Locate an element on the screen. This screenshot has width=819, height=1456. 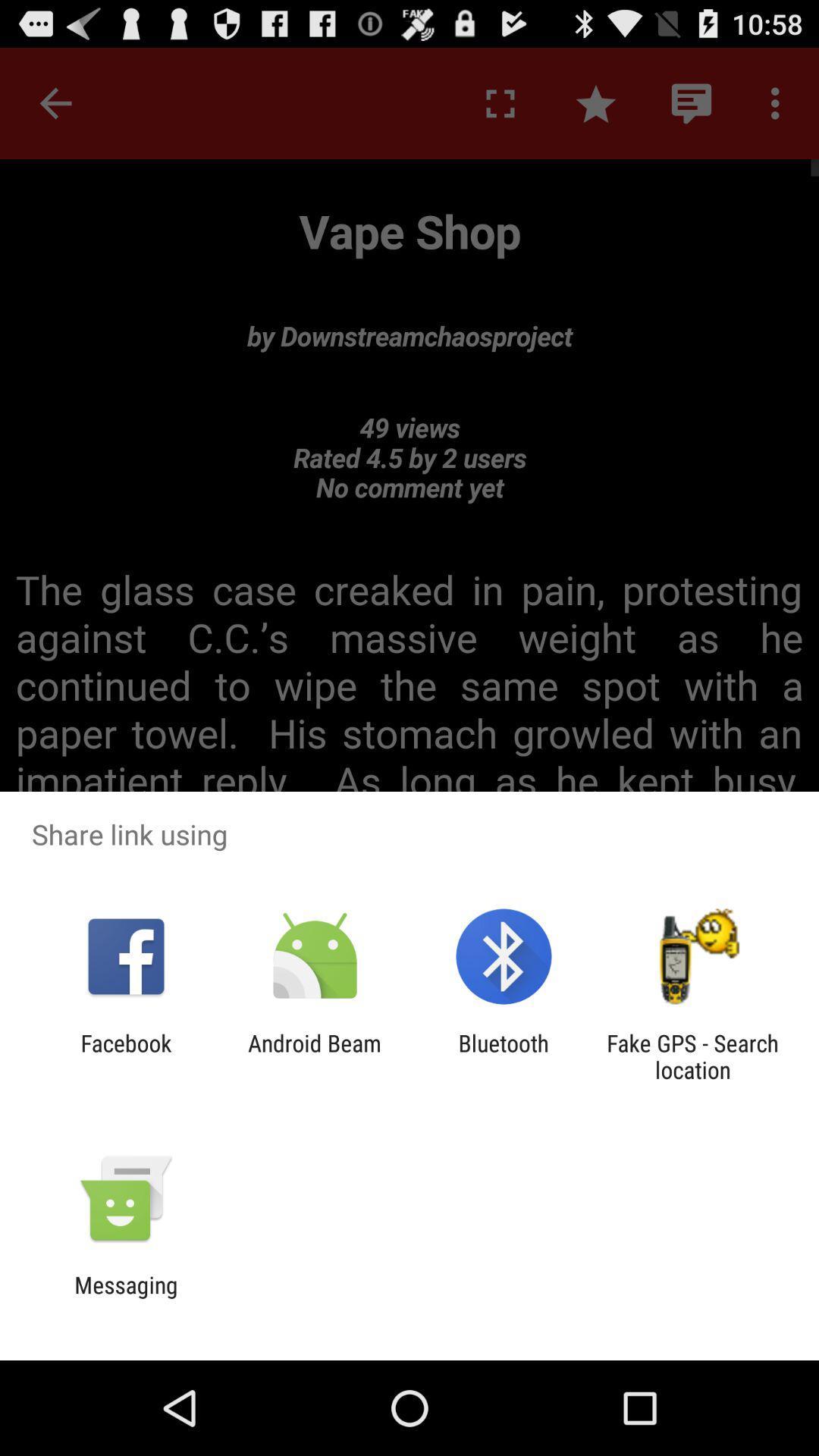
the facebook item is located at coordinates (125, 1056).